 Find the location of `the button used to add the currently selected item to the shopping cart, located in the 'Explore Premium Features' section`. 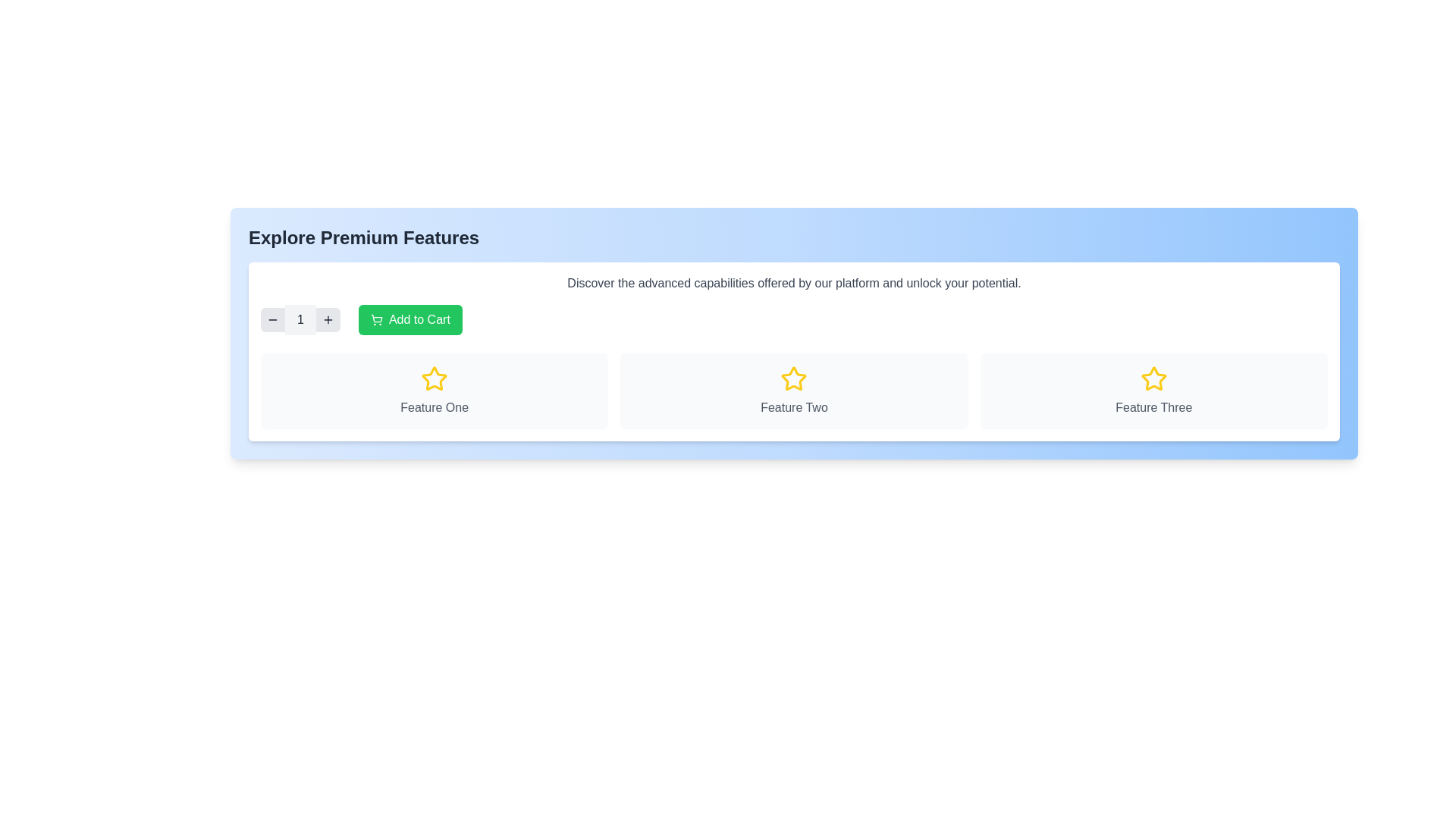

the button used to add the currently selected item to the shopping cart, located in the 'Explore Premium Features' section is located at coordinates (410, 318).